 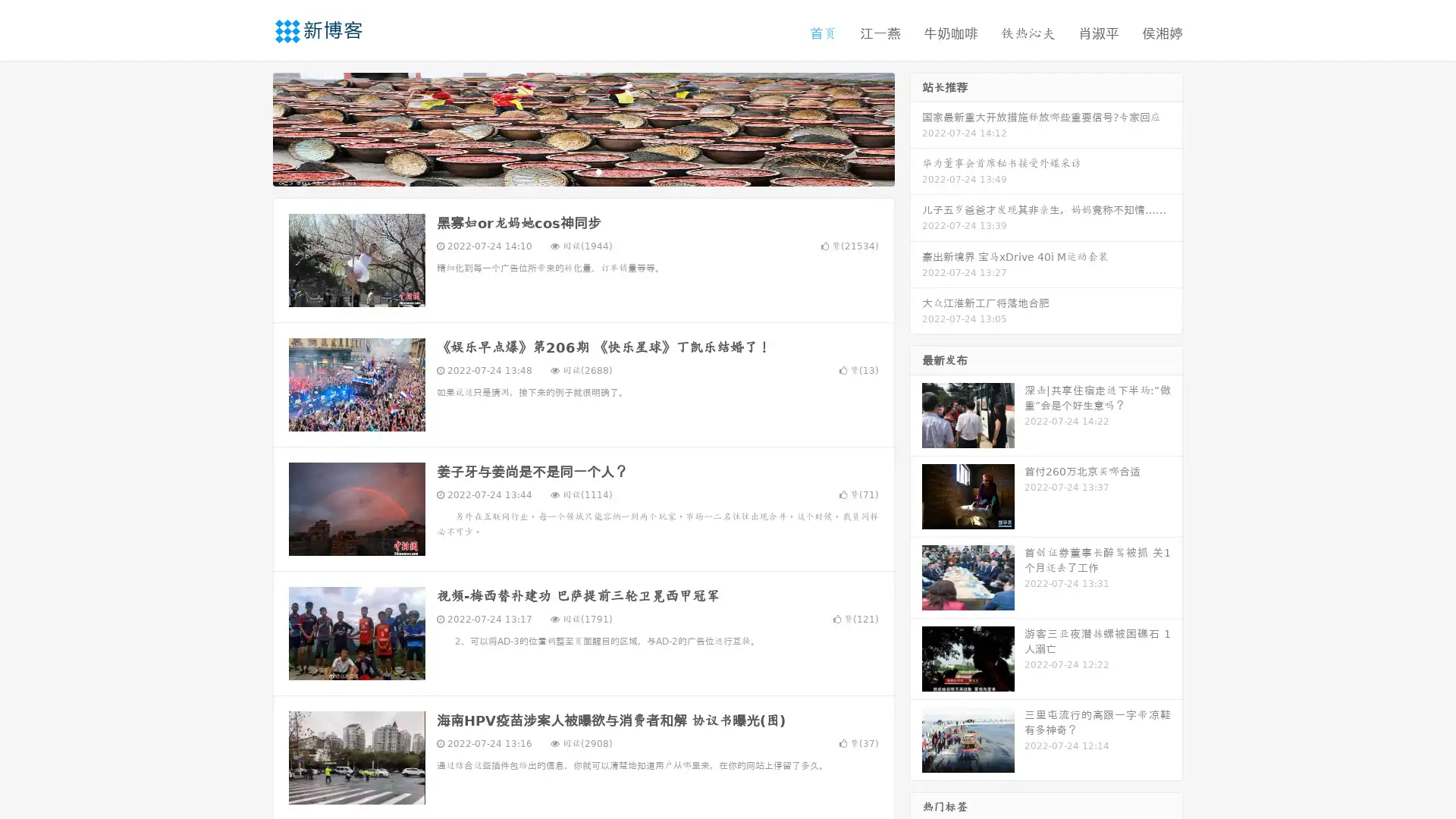 I want to click on Go to slide 2, so click(x=582, y=171).